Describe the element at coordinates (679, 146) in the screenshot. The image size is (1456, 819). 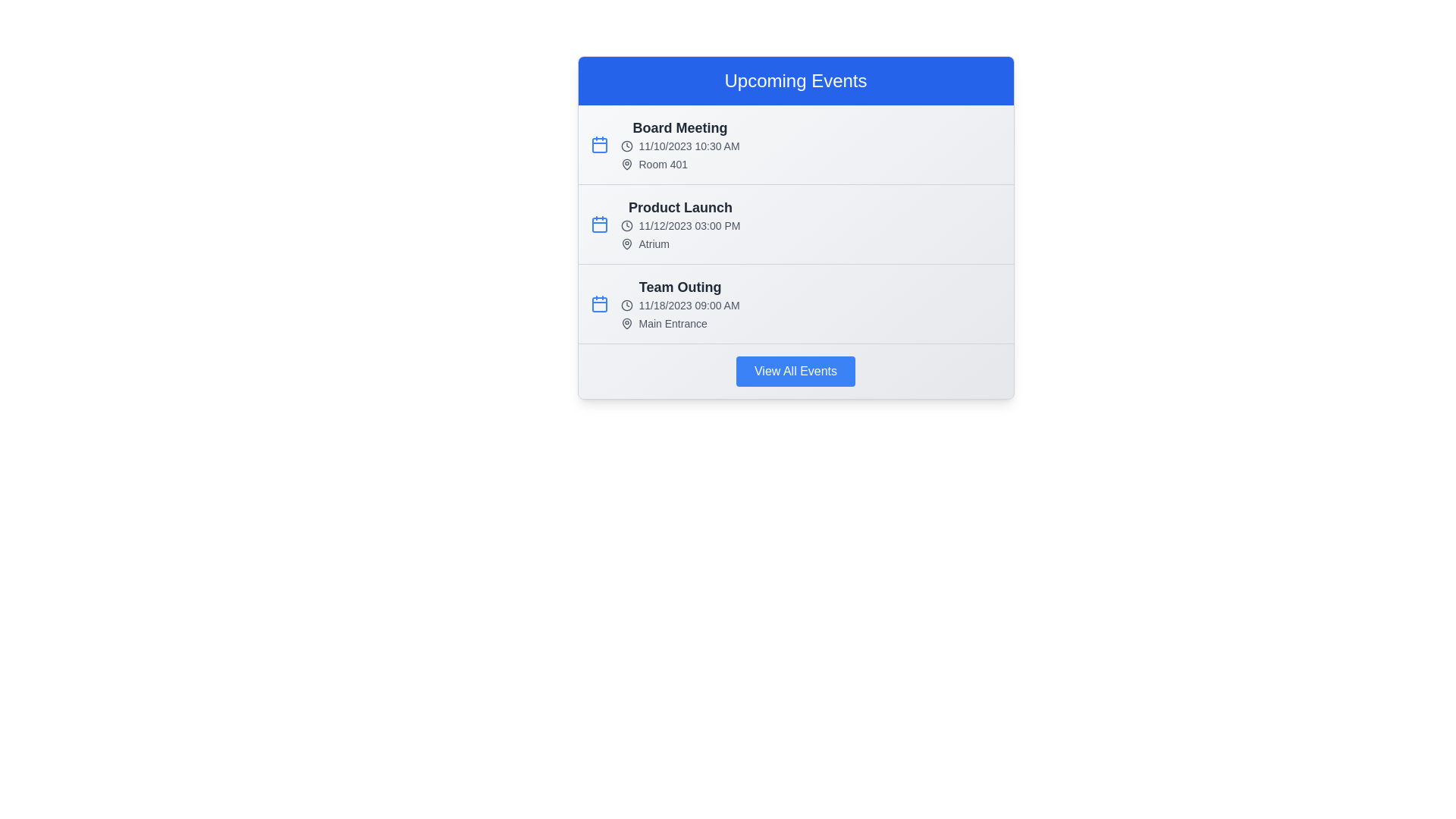
I see `the text displaying '11/10/2023 10:30 AM' with the clock icon preceding it, located under the 'Upcoming Events' section, part of the first event entry titled 'Board Meeting'` at that location.